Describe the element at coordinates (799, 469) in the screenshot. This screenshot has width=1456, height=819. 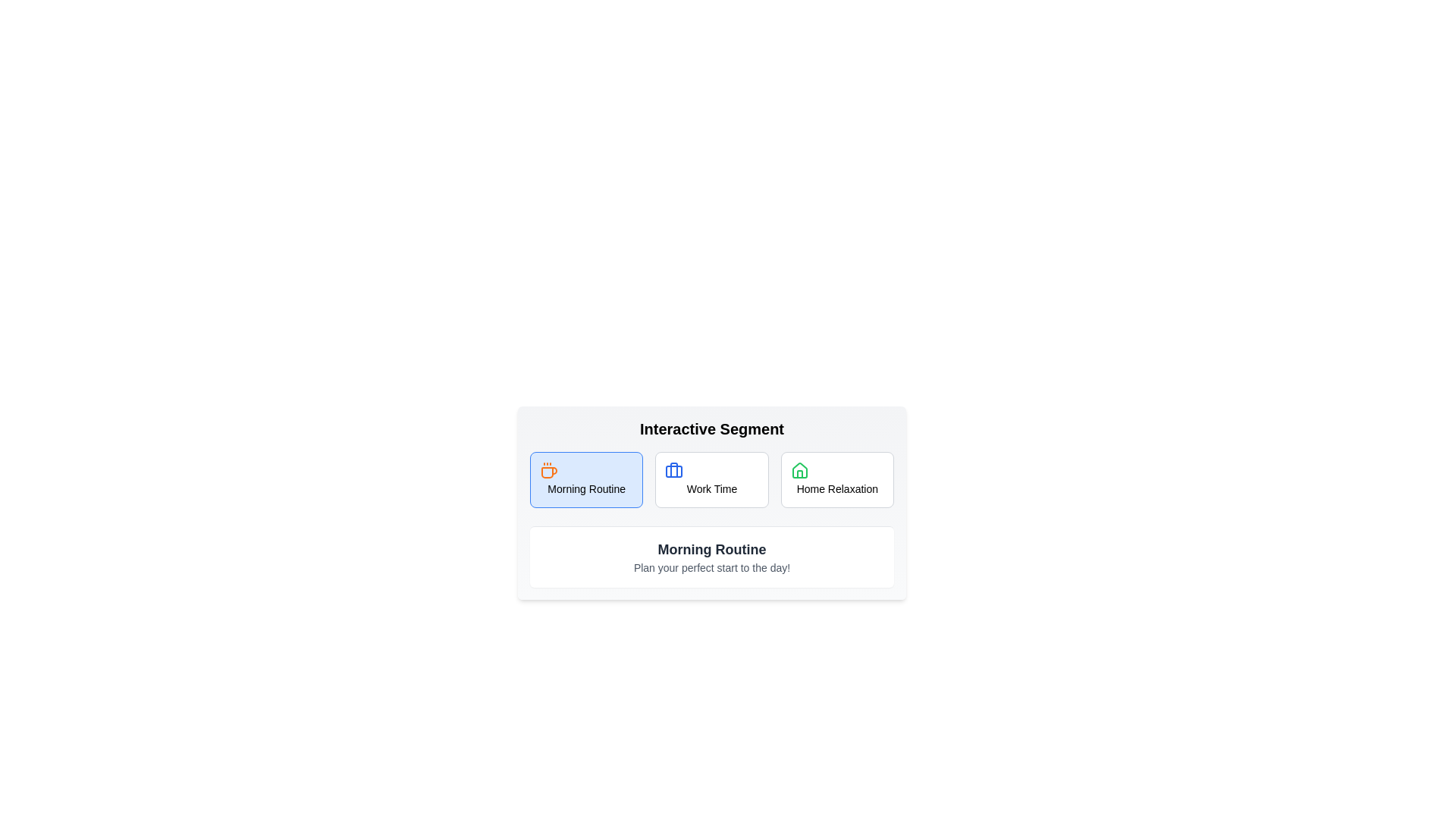
I see `the main body of the house icon, which is the lower green rectangular structure associated with the 'Home Relaxation' option` at that location.